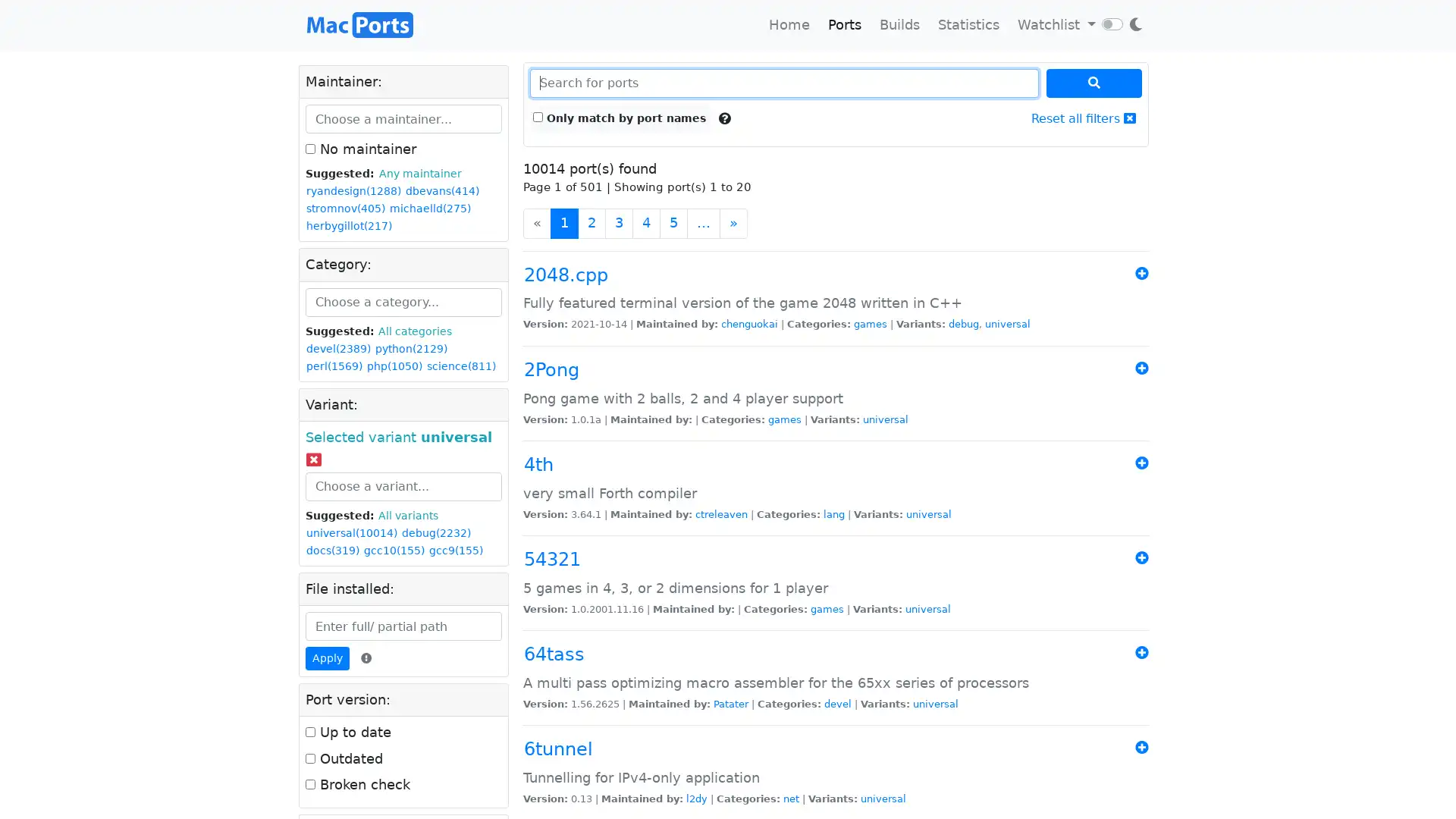 The image size is (1456, 819). Describe the element at coordinates (455, 550) in the screenshot. I see `gcc9(155)` at that location.